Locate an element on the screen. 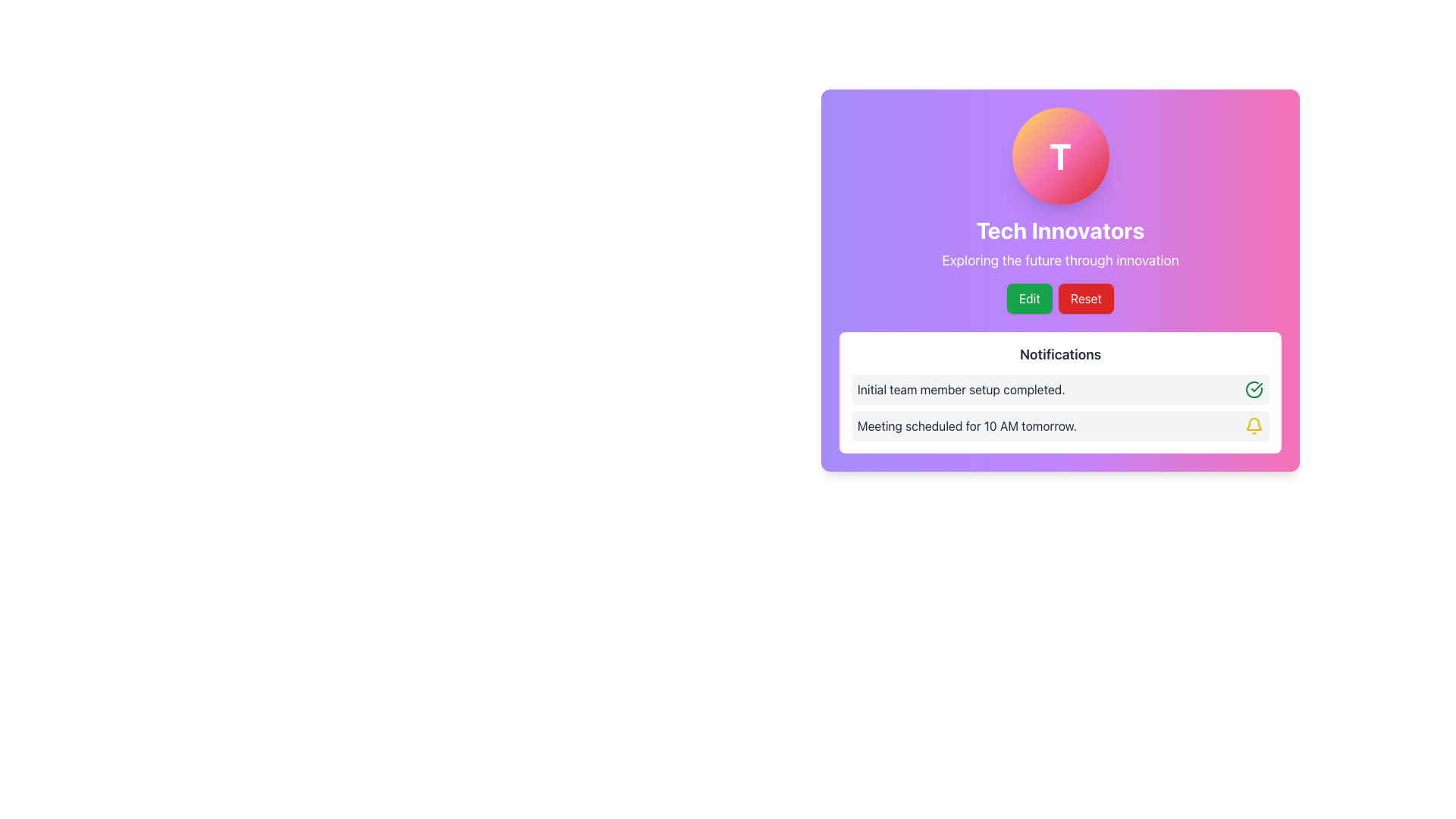  the text label that serves as a subtitle for 'Tech Innovators', positioned centrally below the main header is located at coordinates (1059, 259).